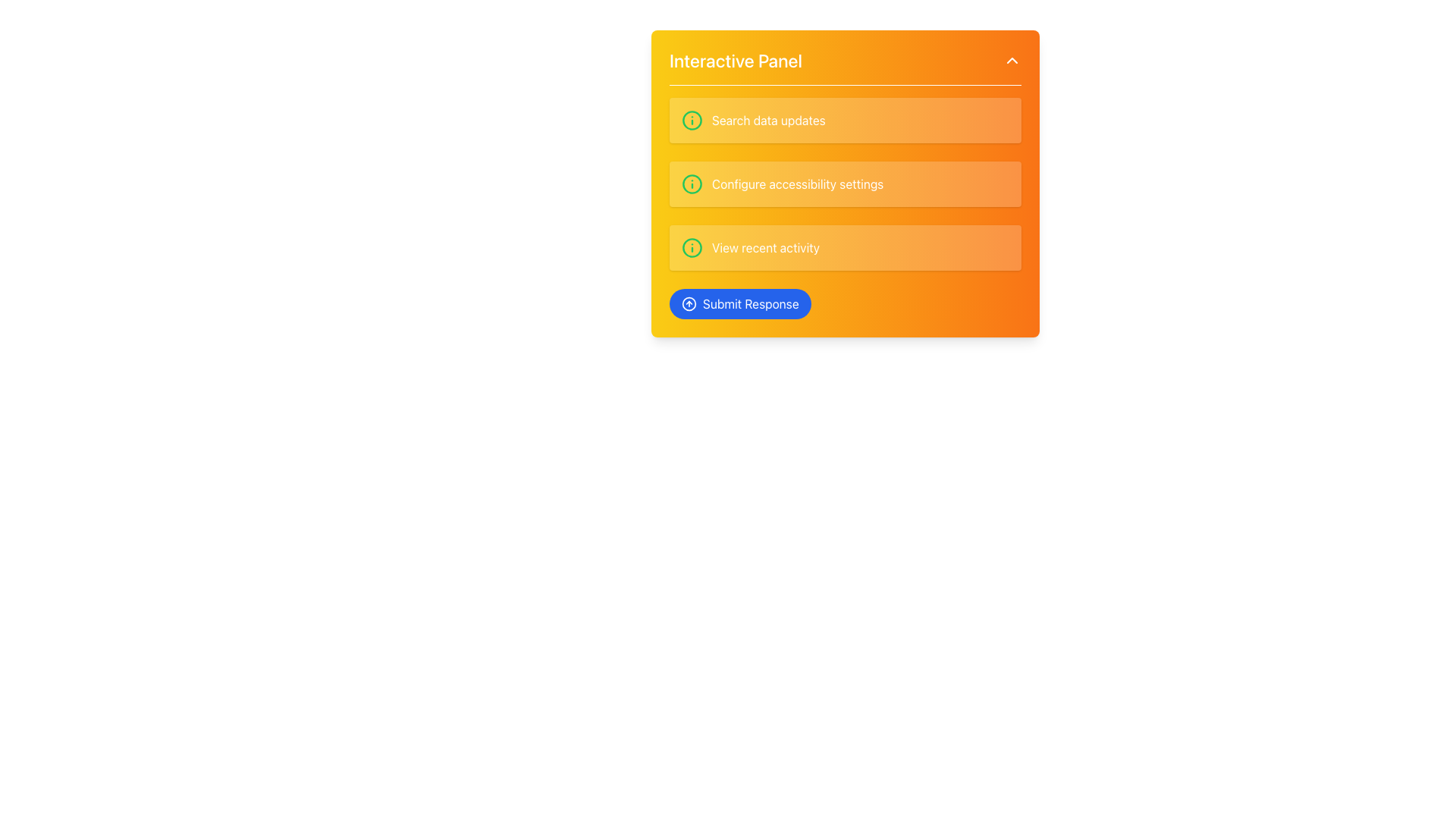  What do you see at coordinates (844, 208) in the screenshot?
I see `the text label 'Configure accessibility settings' with an icon, which is the second item in the vertical list within the 'Interactive Panel'` at bounding box center [844, 208].